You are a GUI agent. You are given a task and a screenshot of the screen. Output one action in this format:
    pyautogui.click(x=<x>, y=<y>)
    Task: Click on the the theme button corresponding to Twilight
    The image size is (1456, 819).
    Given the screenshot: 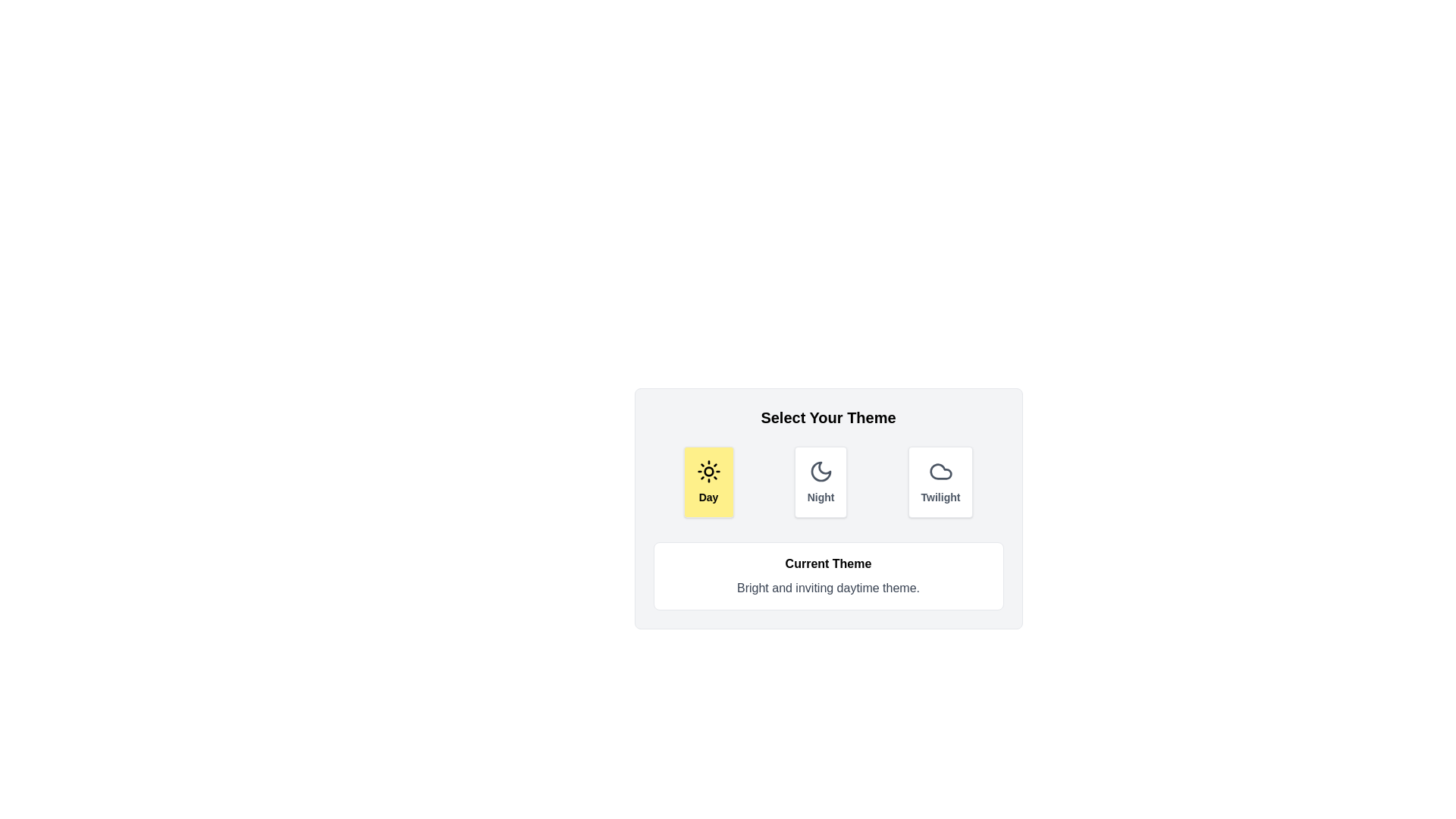 What is the action you would take?
    pyautogui.click(x=940, y=482)
    